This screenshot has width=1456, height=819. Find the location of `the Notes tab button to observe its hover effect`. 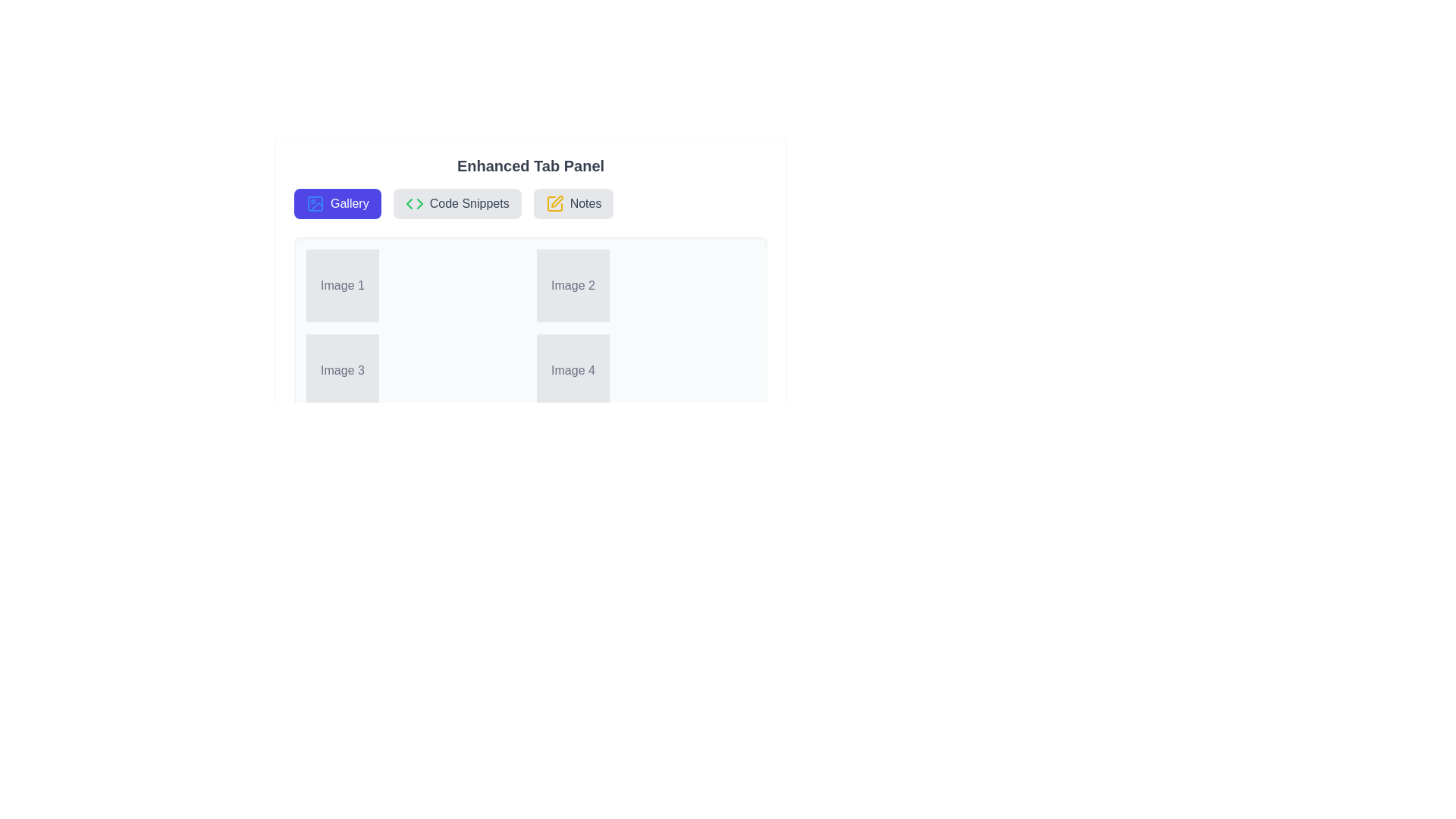

the Notes tab button to observe its hover effect is located at coordinates (572, 203).